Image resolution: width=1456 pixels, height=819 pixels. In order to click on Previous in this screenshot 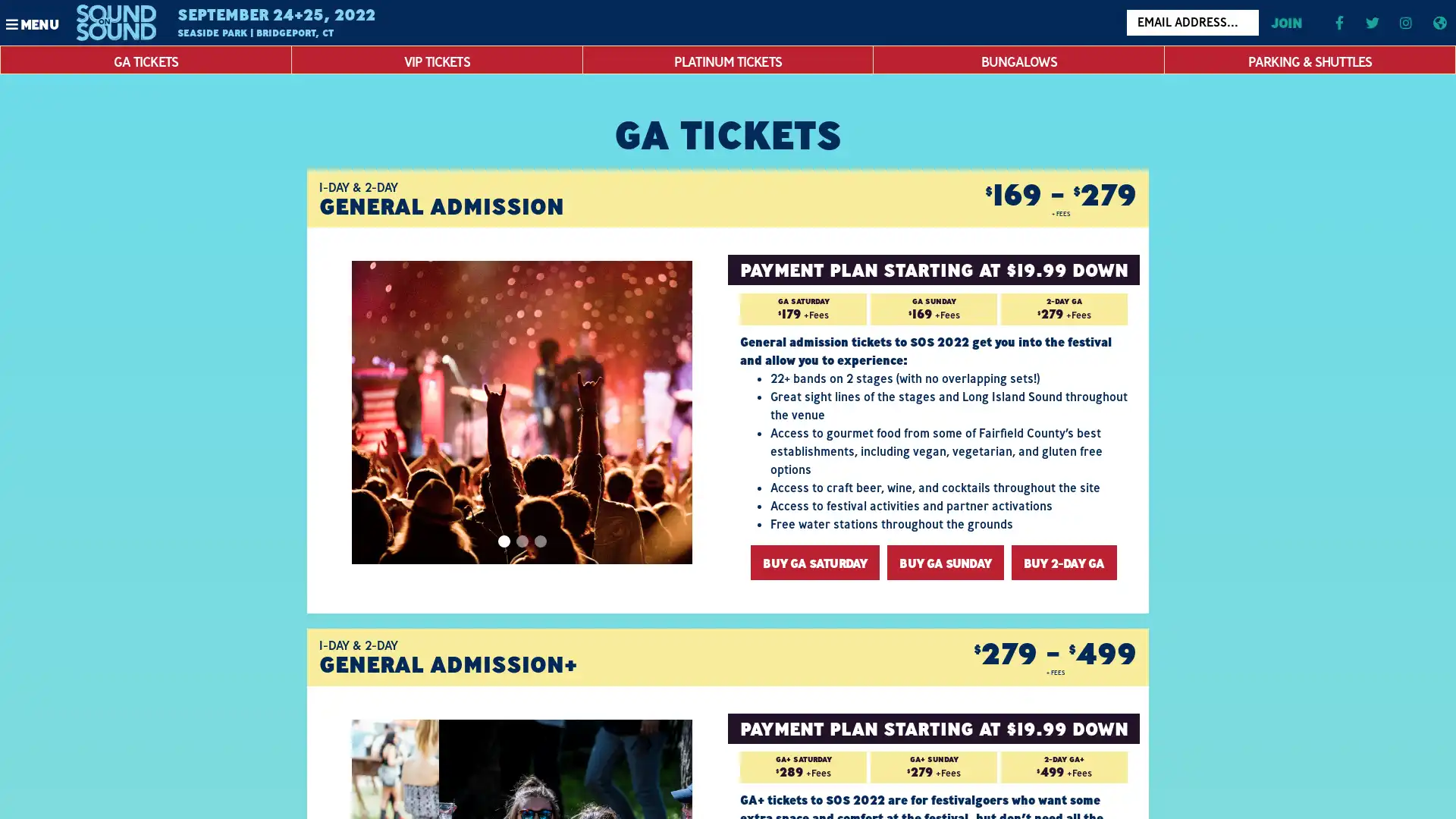, I will do `click(368, 412)`.